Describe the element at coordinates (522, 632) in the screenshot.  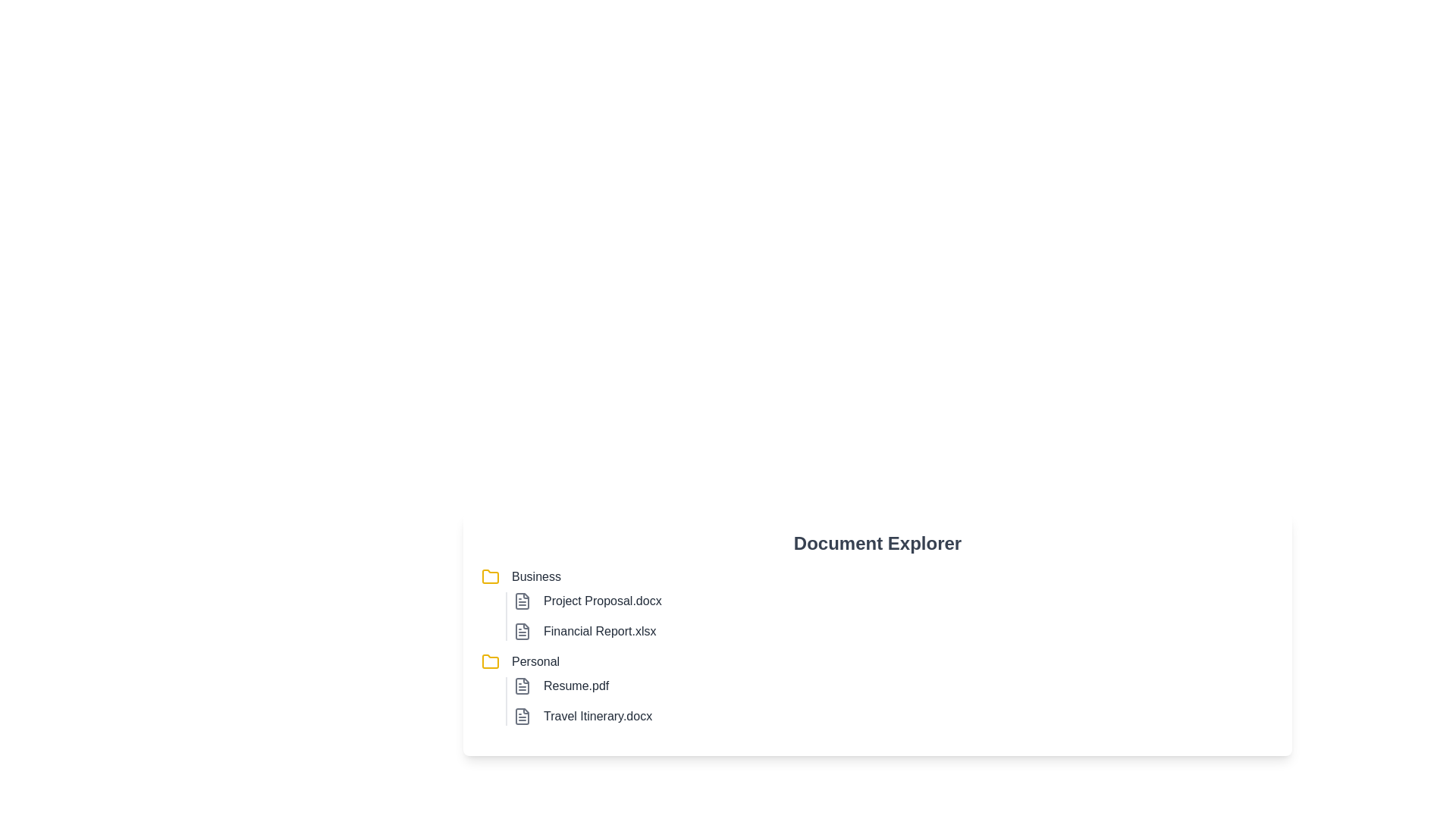
I see `the icon representing the document 'Financial Report.xlsx' for focus` at that location.